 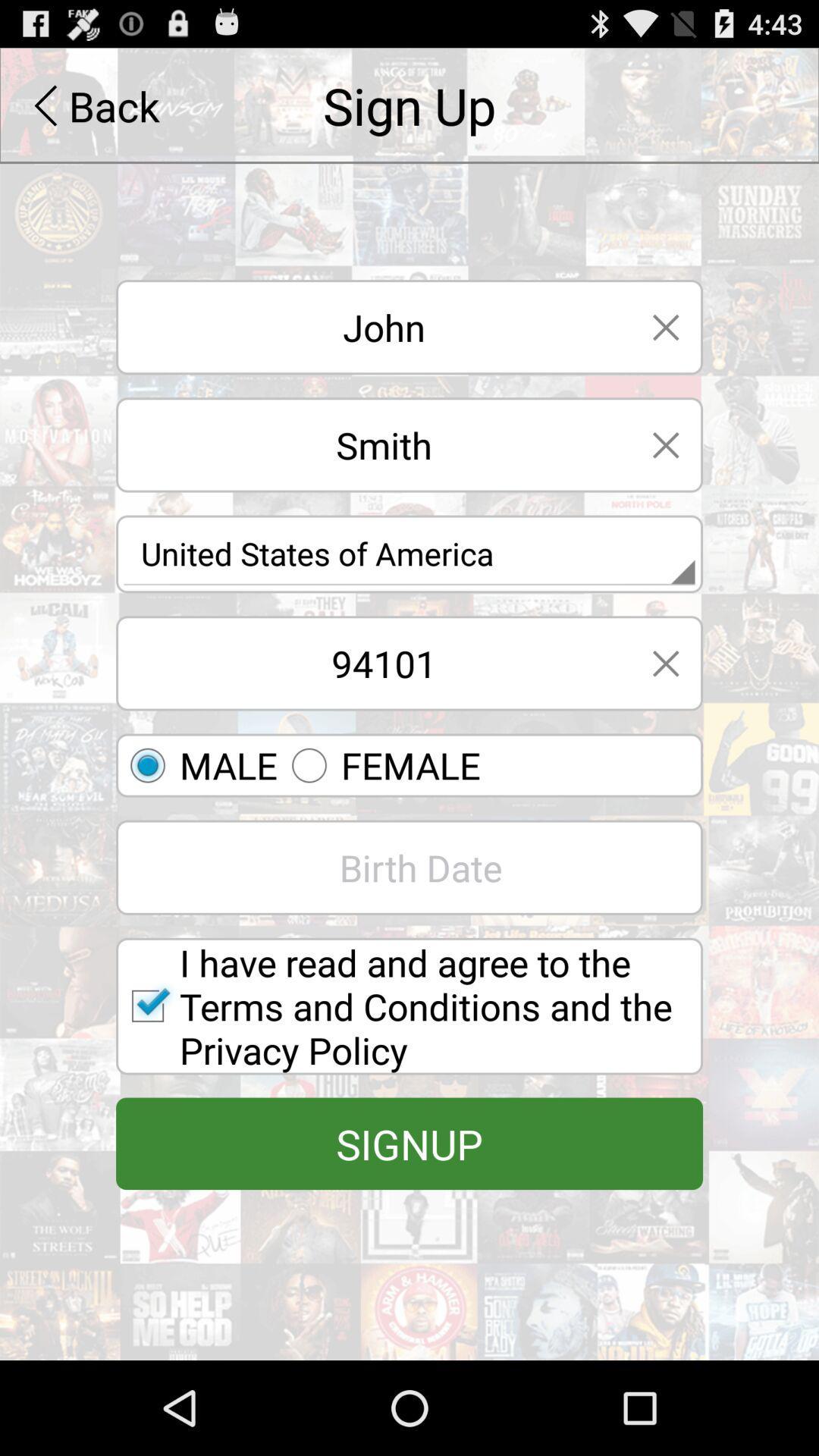 What do you see at coordinates (665, 663) in the screenshot?
I see `x` at bounding box center [665, 663].